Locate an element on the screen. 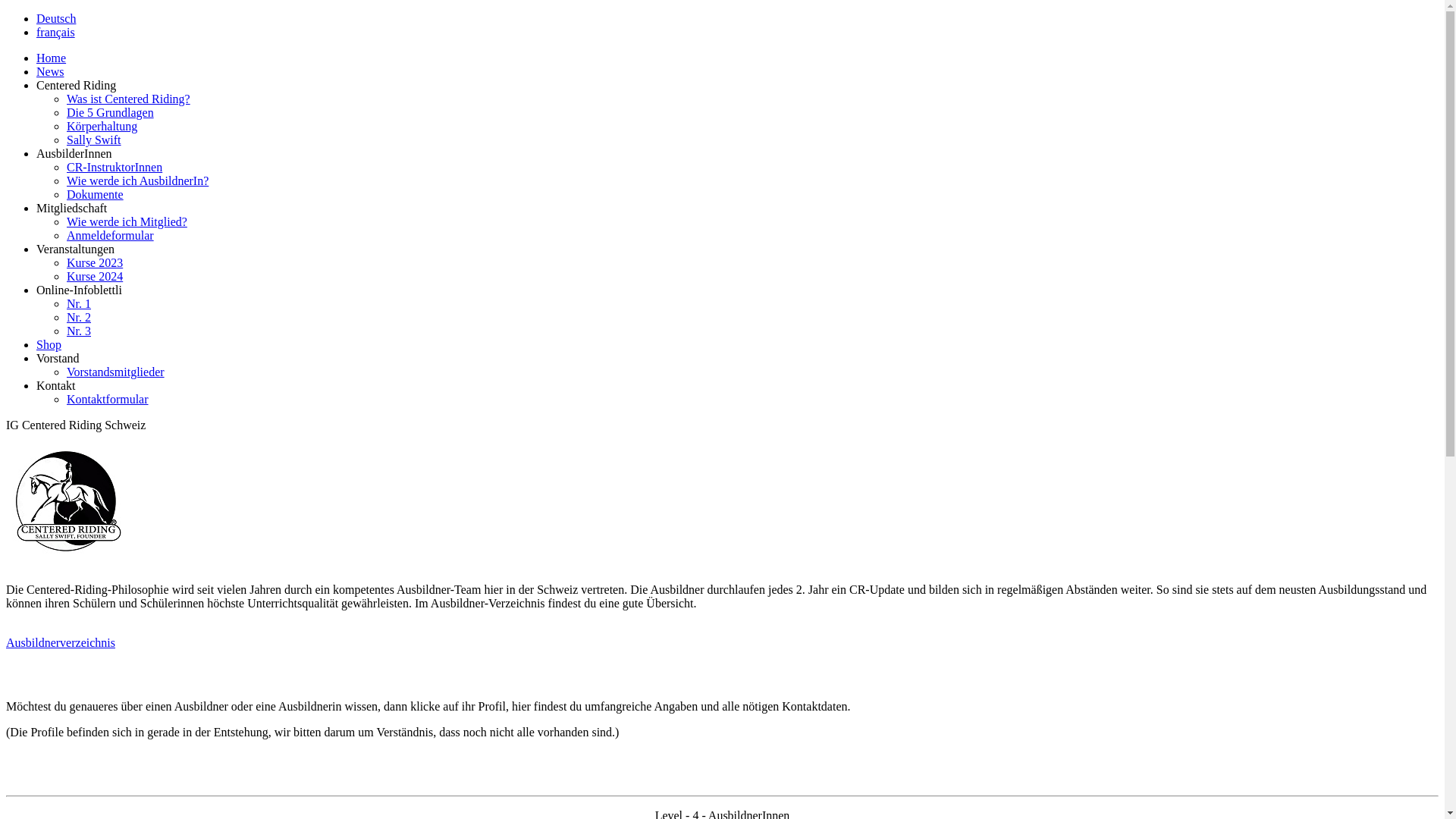 The width and height of the screenshot is (1456, 819). 'Was ist Centered Riding?' is located at coordinates (128, 99).